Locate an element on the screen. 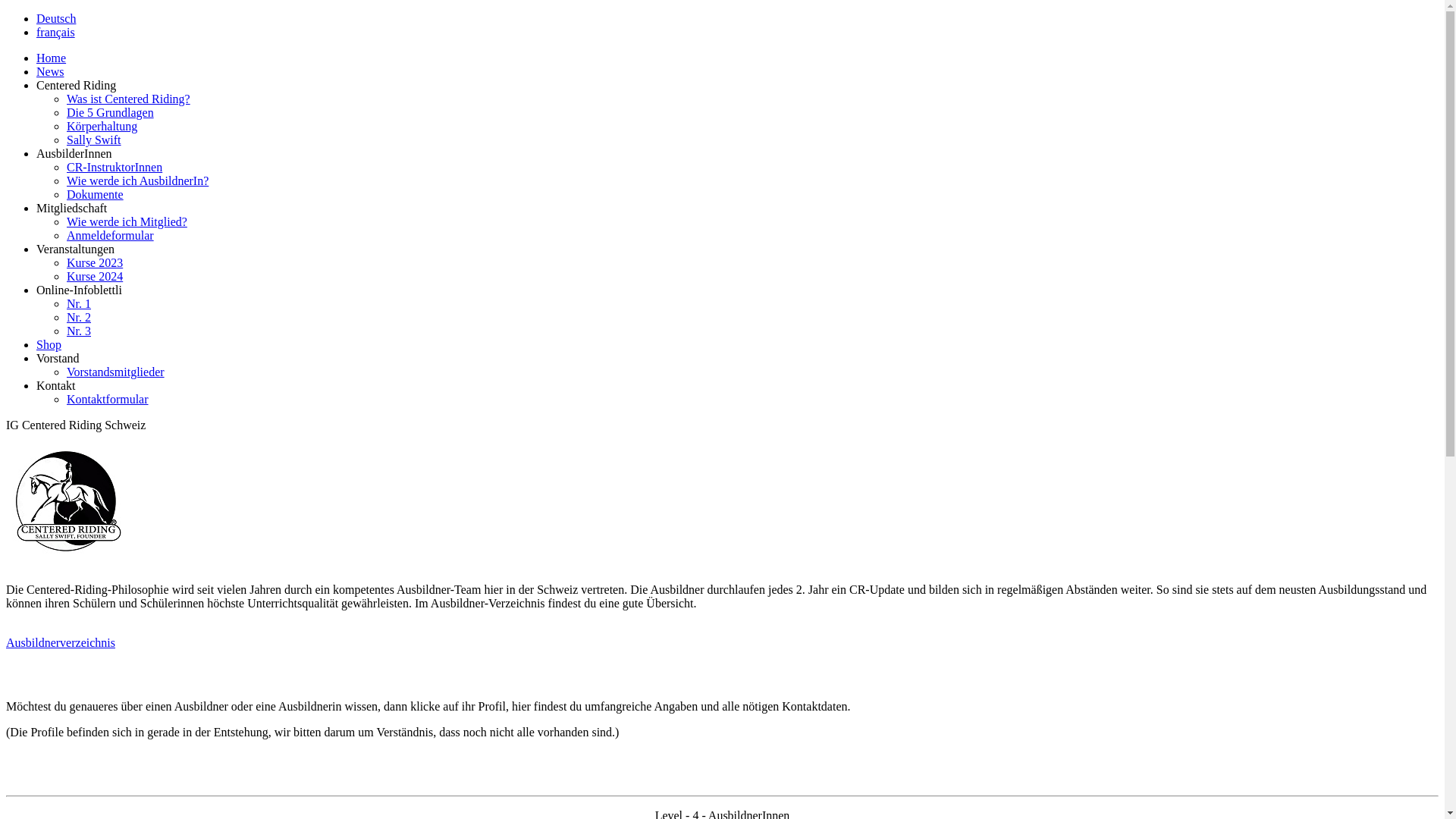 The width and height of the screenshot is (1456, 819). 'Was ist Centered Riding?' is located at coordinates (128, 99).